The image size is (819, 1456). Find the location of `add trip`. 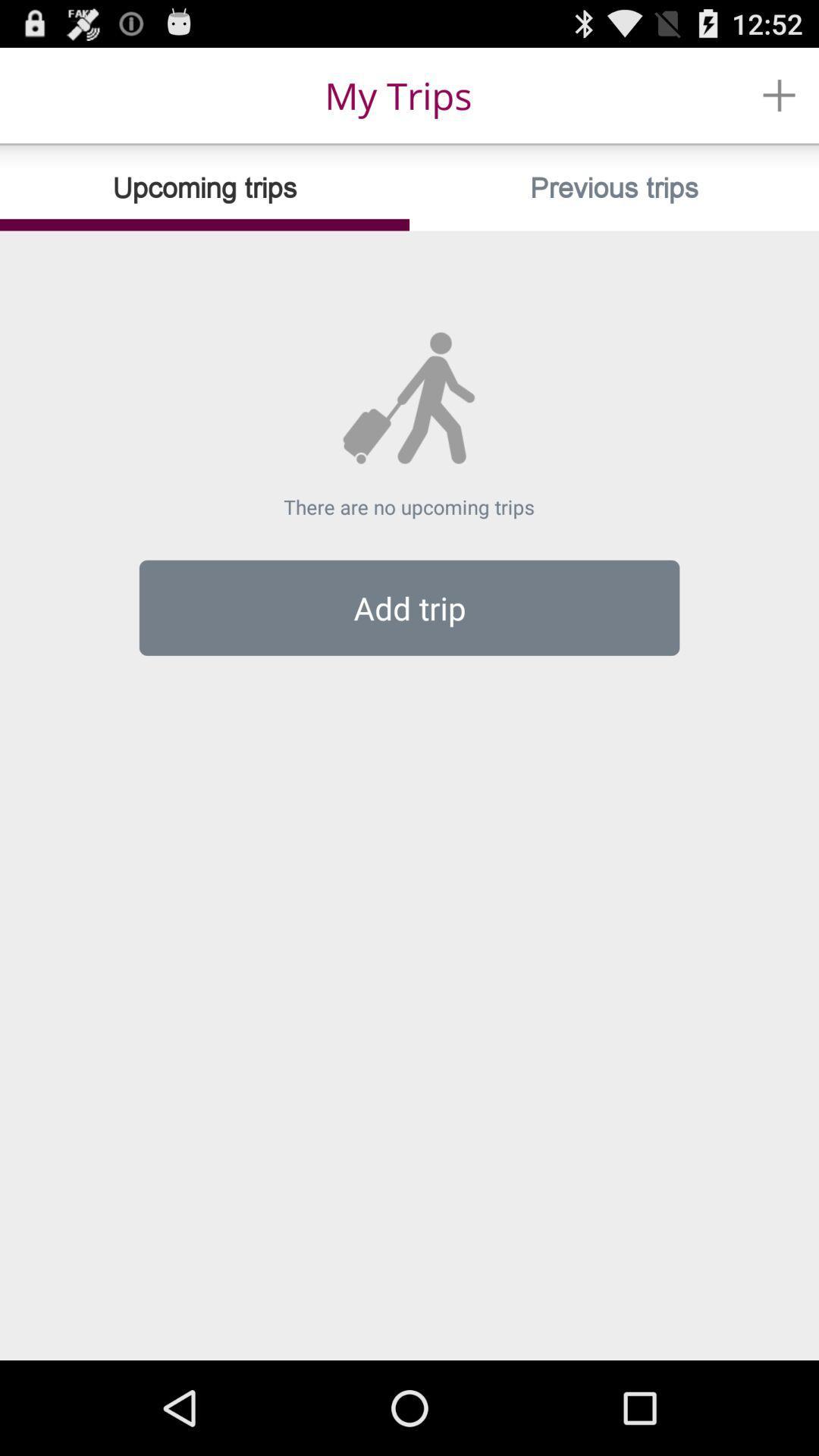

add trip is located at coordinates (409, 607).